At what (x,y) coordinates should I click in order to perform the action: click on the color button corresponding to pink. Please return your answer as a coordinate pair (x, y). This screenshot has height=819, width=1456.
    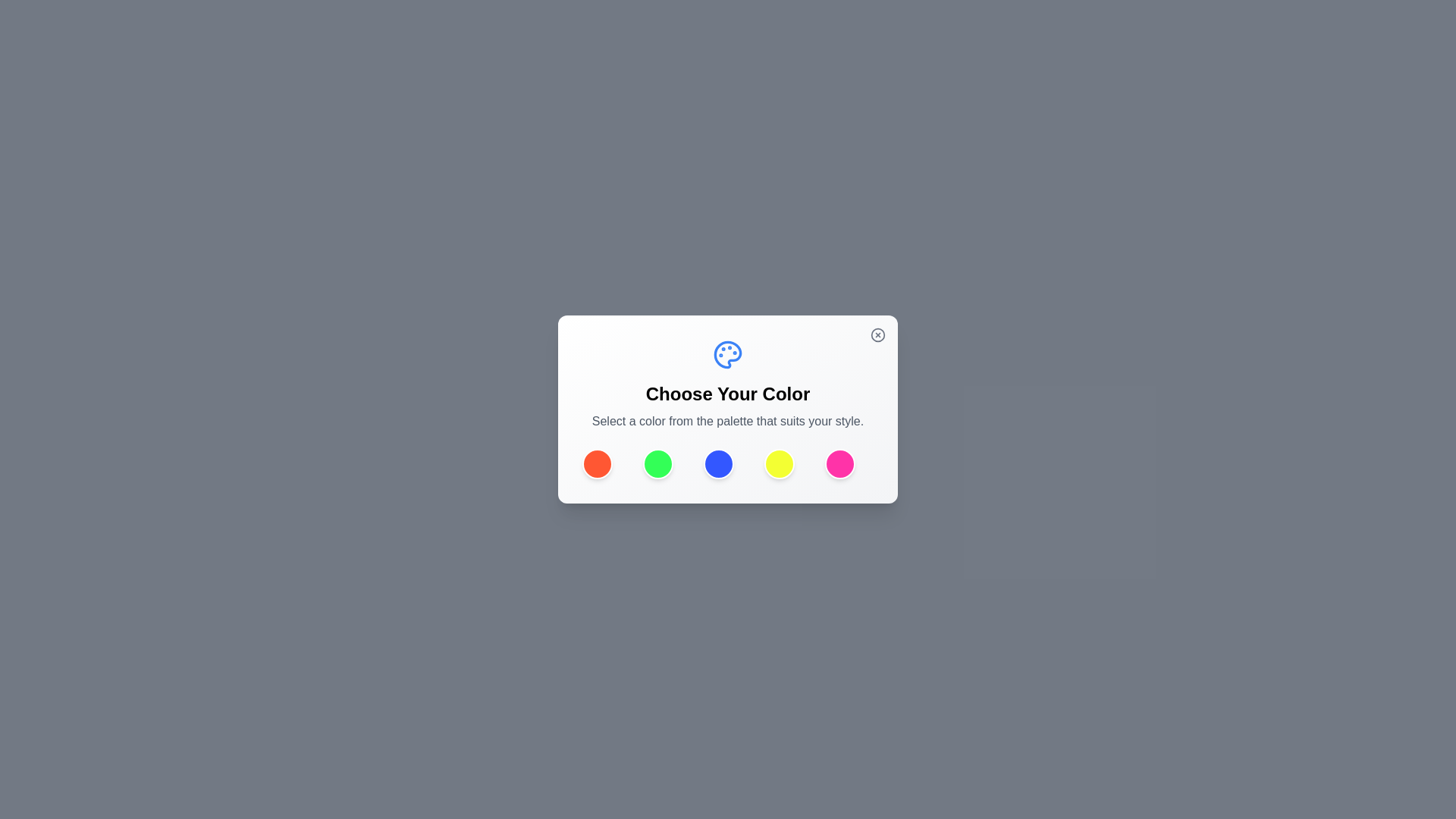
    Looking at the image, I should click on (839, 463).